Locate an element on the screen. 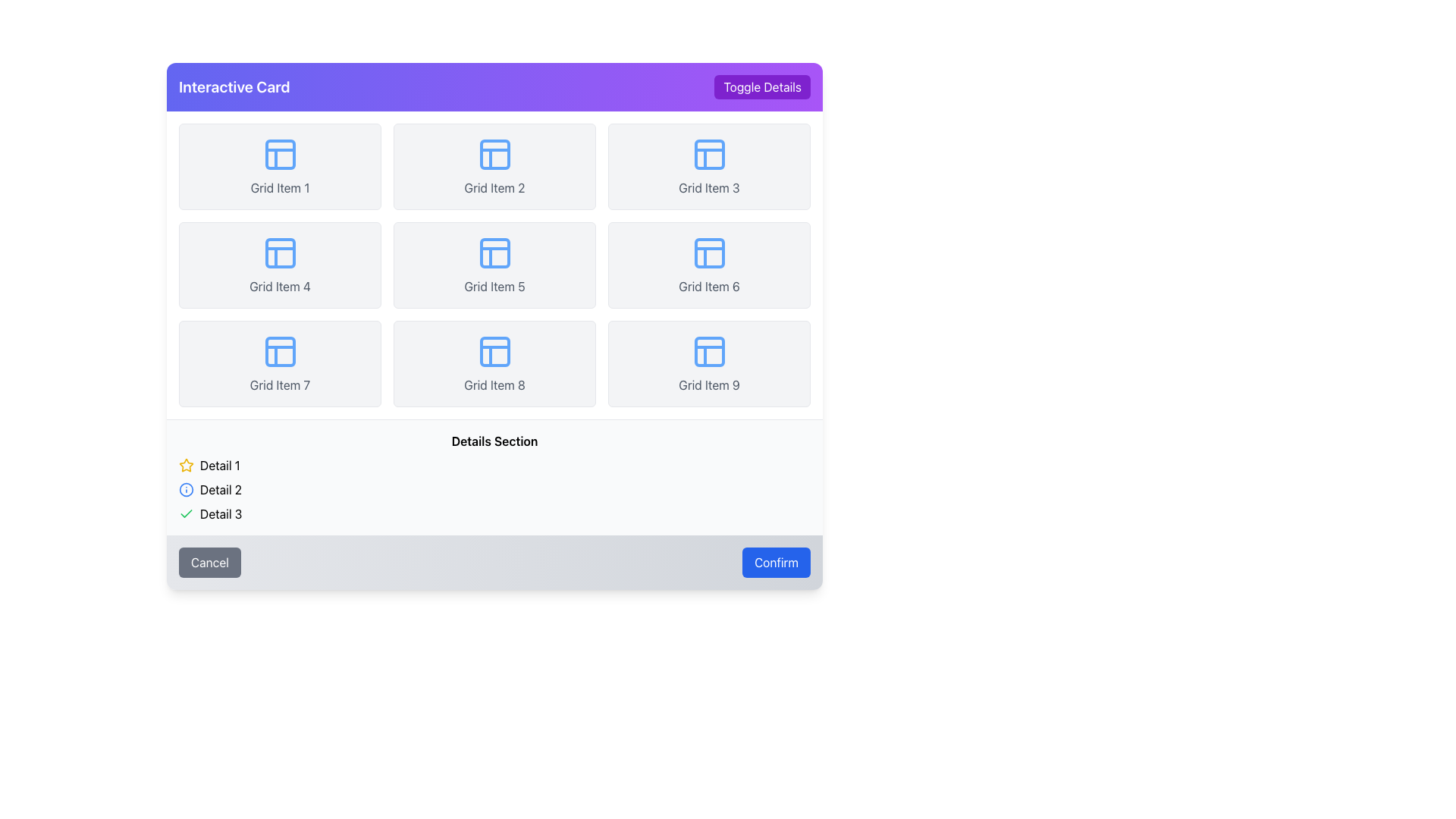 The height and width of the screenshot is (819, 1456). the small blue circular information icon located to the left of the text 'Detail 2' is located at coordinates (185, 489).